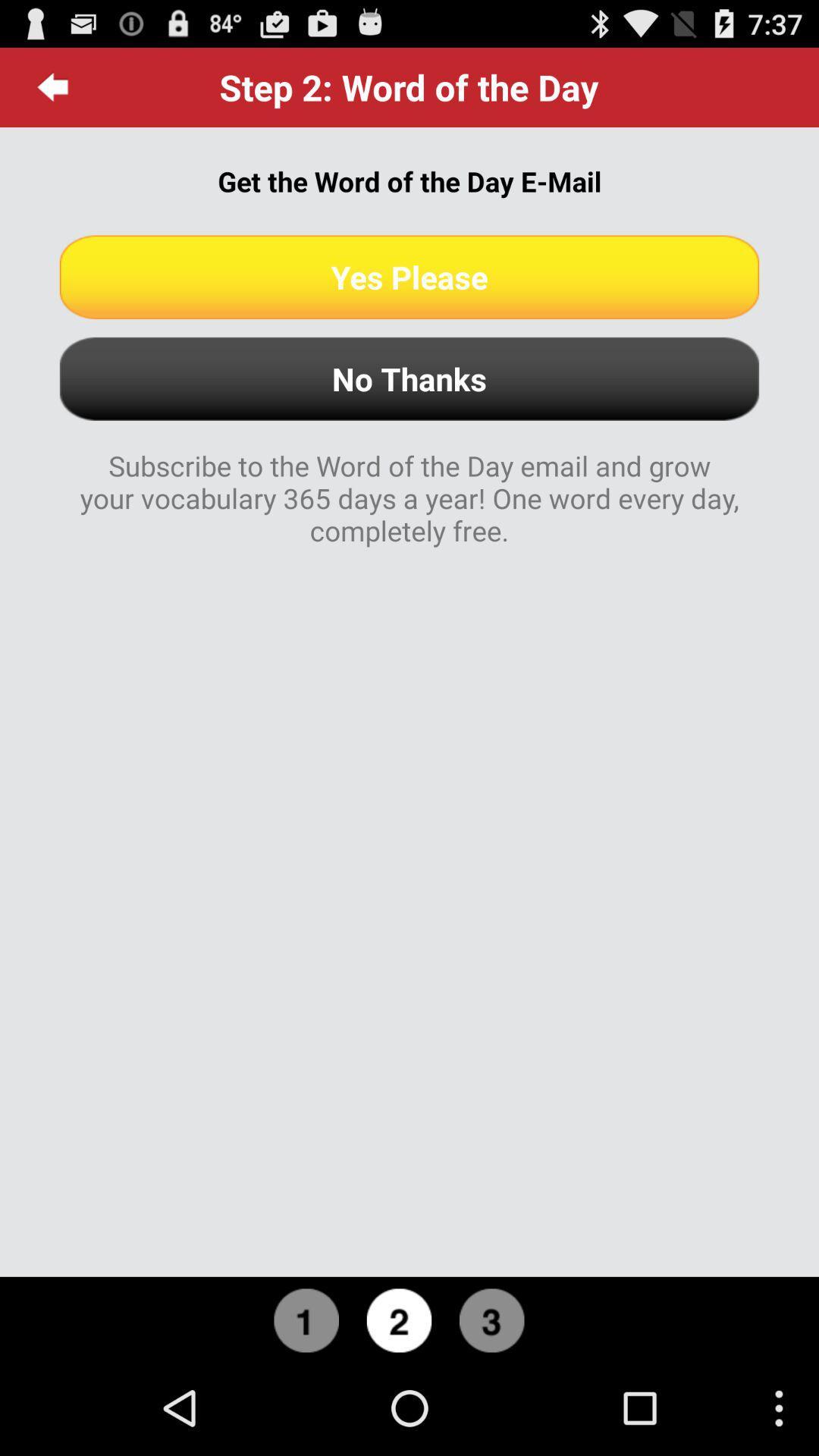 The height and width of the screenshot is (1456, 819). Describe the element at coordinates (52, 86) in the screenshot. I see `icon at the top left corner` at that location.